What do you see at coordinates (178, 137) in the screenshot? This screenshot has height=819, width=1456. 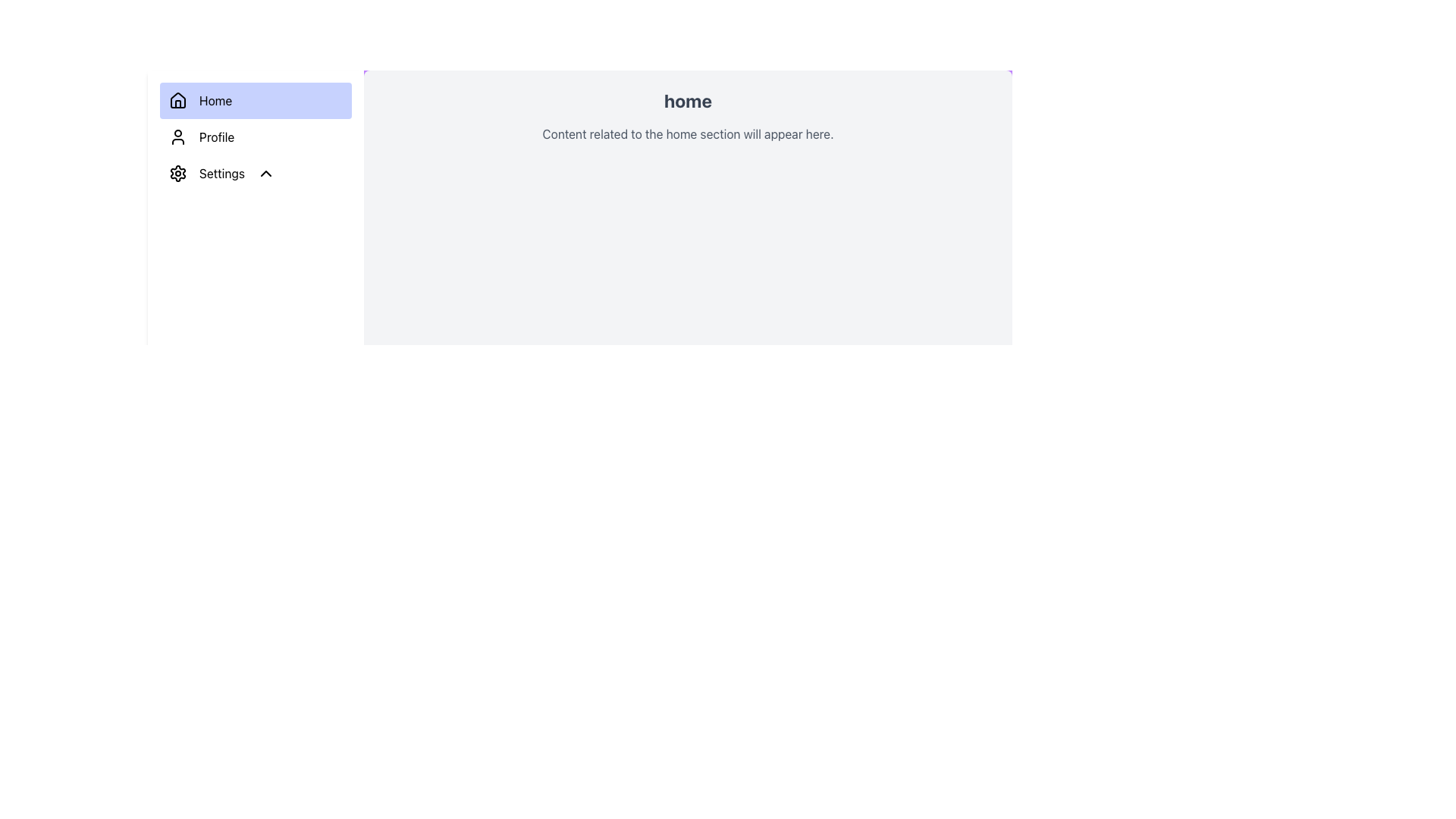 I see `the user icon element representing a profile or account for keyboard interaction` at bounding box center [178, 137].